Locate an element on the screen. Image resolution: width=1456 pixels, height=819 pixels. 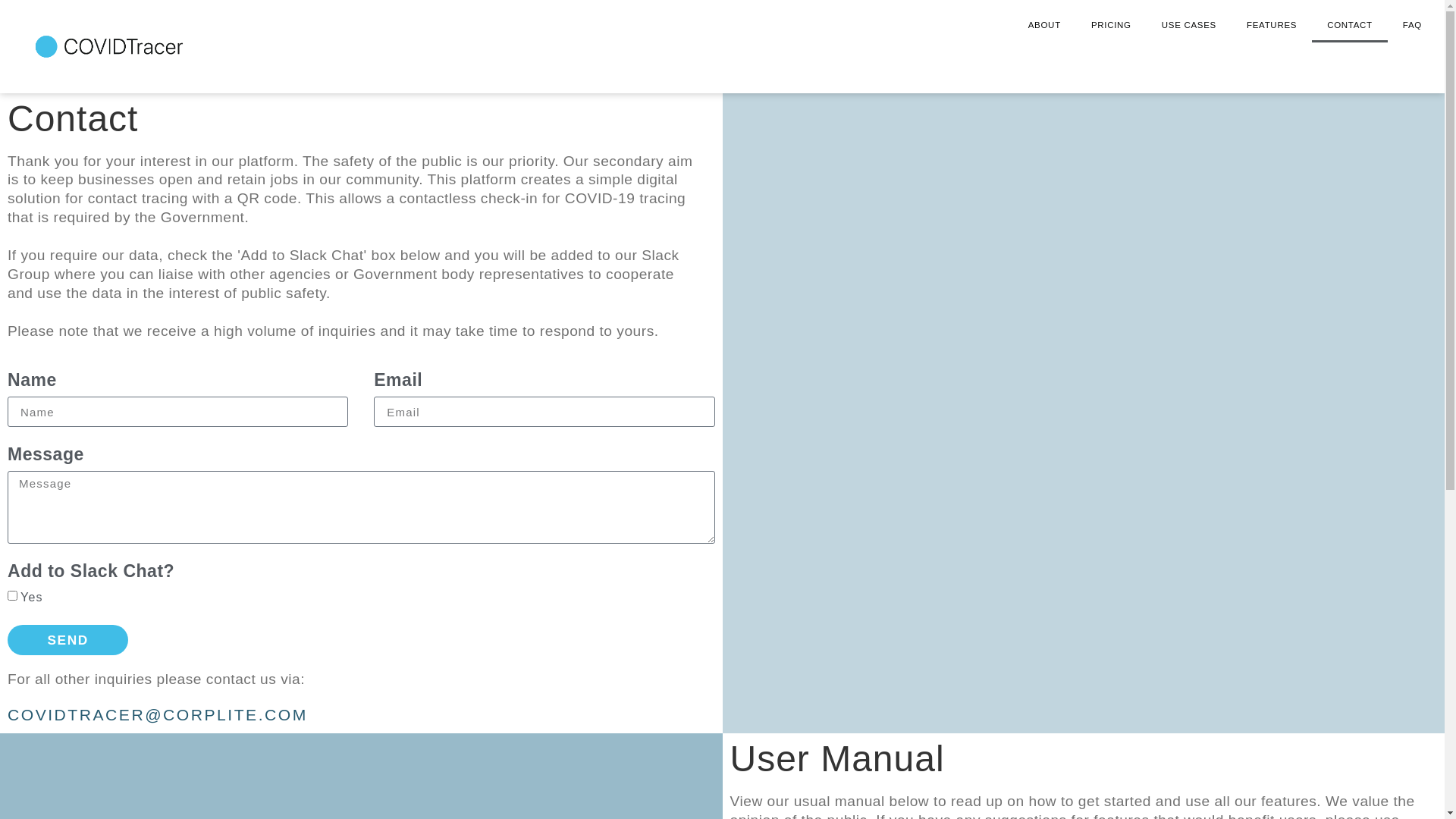
'FAQ' is located at coordinates (1411, 25).